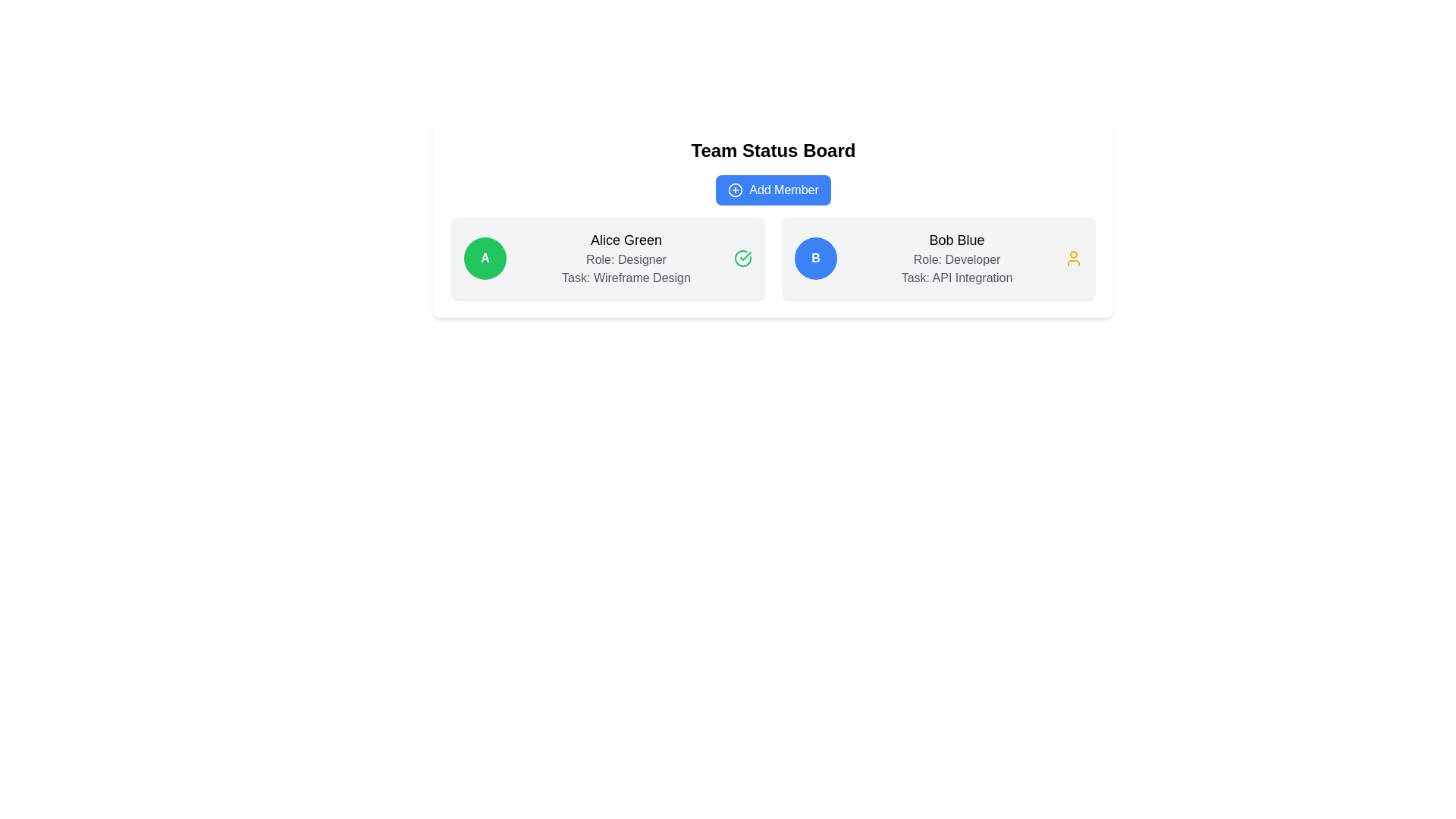 The height and width of the screenshot is (819, 1456). Describe the element at coordinates (956, 239) in the screenshot. I see `the text label displaying 'Bob Blue', which is prominently styled in bold and larger font, located in the right card under 'Team Status Board'` at that location.